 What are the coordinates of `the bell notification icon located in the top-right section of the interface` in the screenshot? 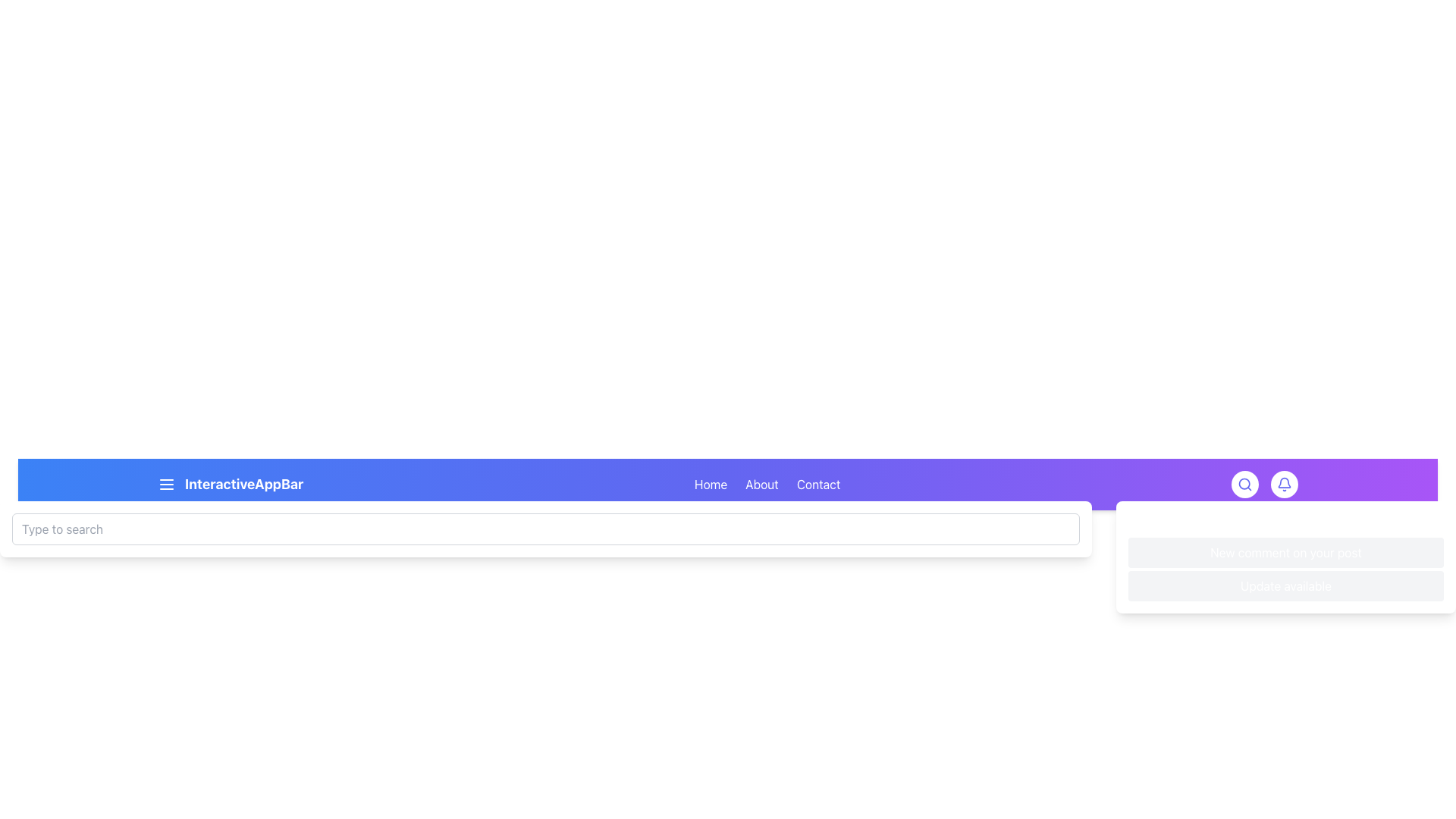 It's located at (1284, 482).